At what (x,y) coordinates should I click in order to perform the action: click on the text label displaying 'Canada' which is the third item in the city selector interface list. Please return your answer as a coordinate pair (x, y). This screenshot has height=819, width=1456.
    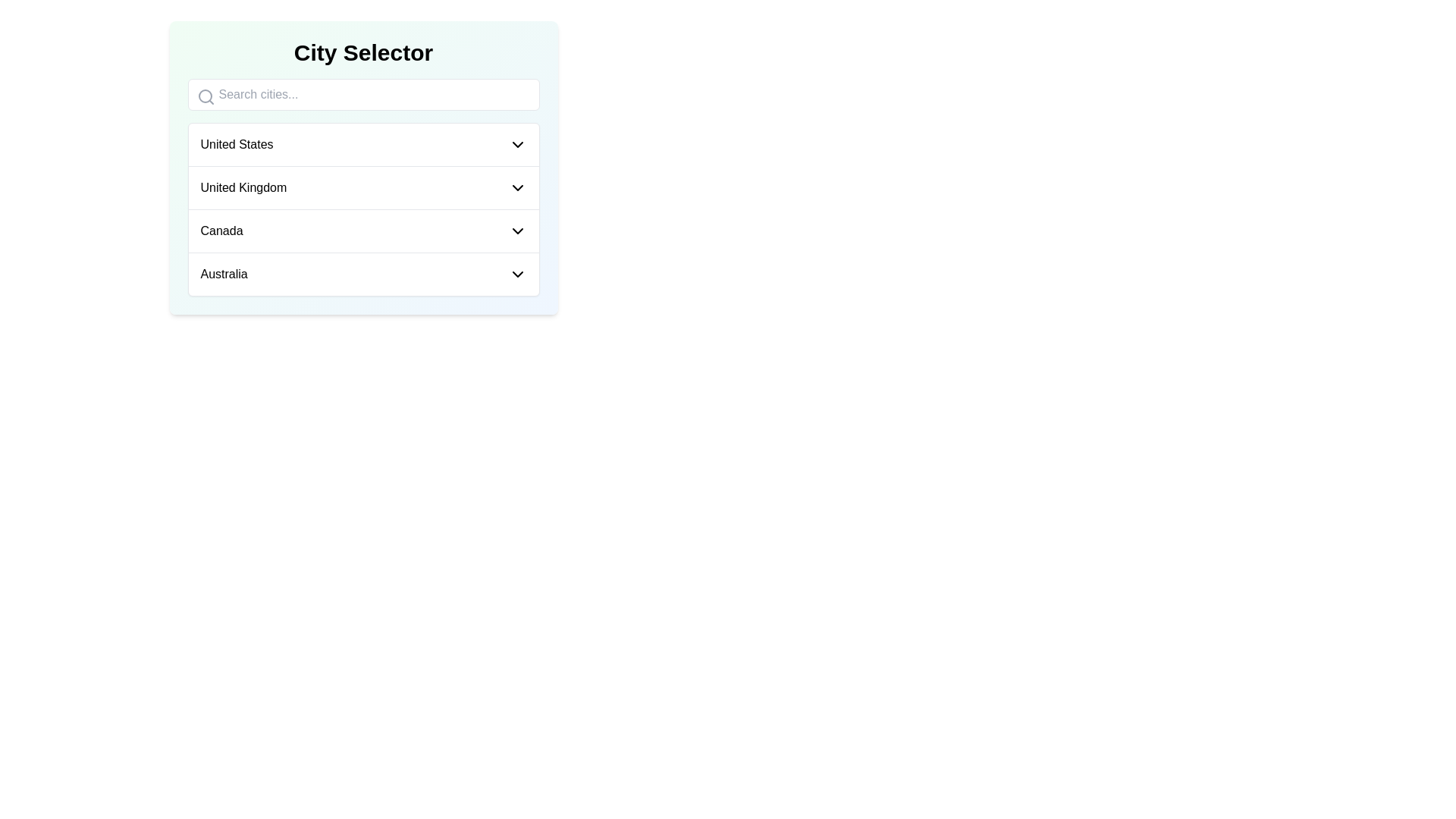
    Looking at the image, I should click on (221, 231).